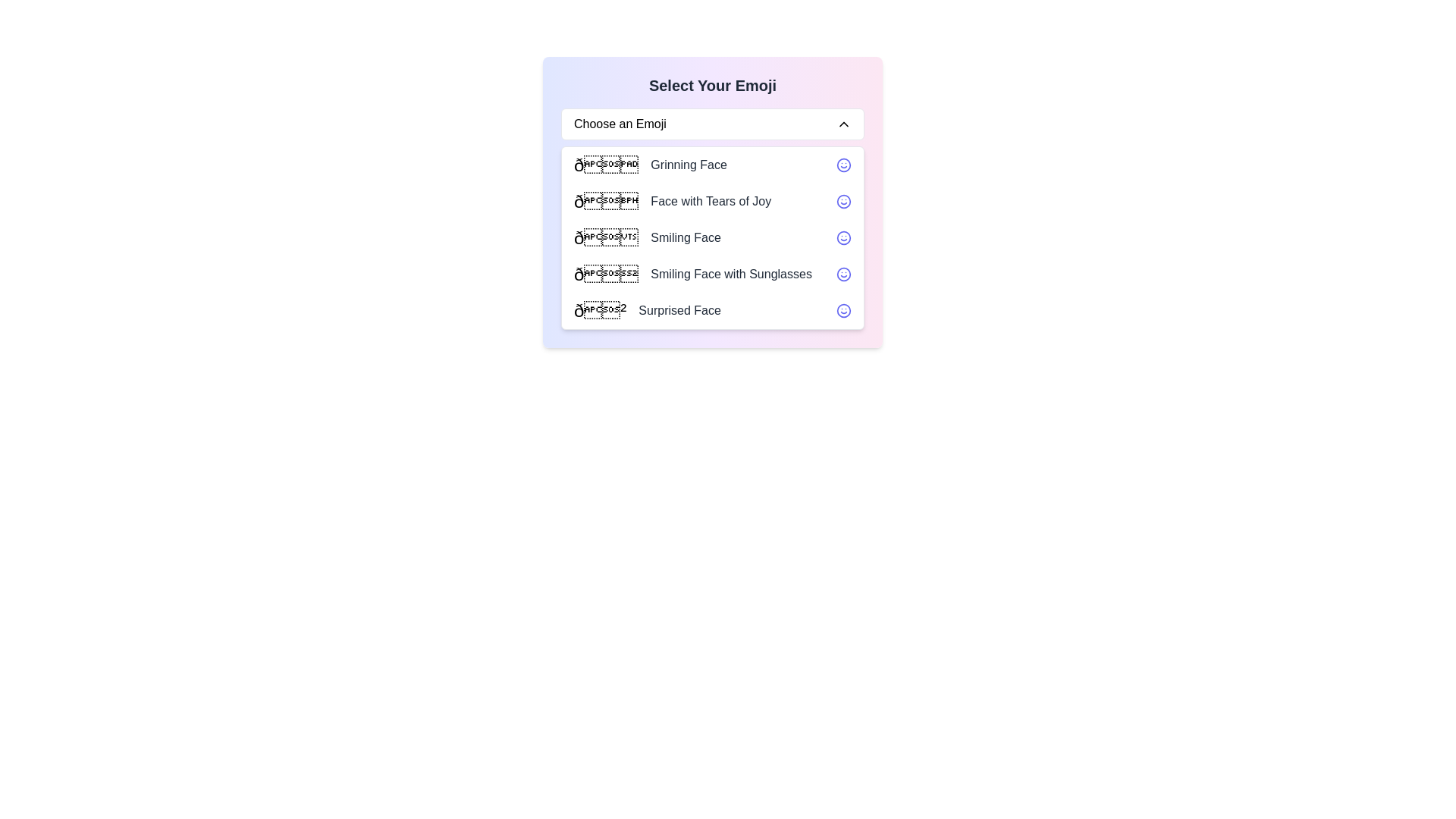  What do you see at coordinates (843, 275) in the screenshot?
I see `the circular SVG element that represents part of a smiling face with sunglasses icon in the fourth row of the emoji dropdown menu` at bounding box center [843, 275].